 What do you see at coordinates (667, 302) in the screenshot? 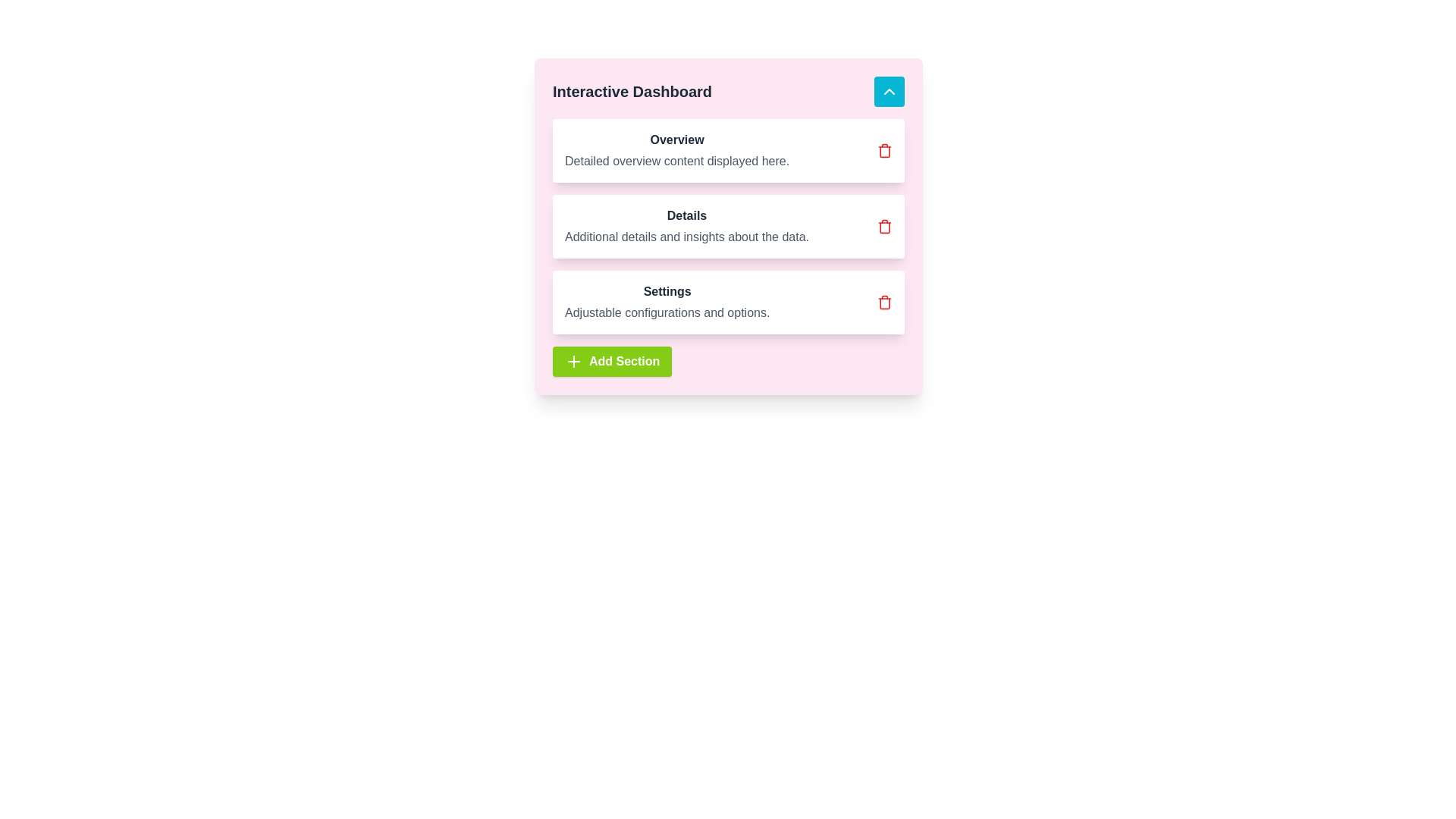
I see `the heading 'Settings' of the Text block that contains a description about adjustable configurations and options, which is the third item in the stacked card layout under 'Interactive Dashboard'` at bounding box center [667, 302].